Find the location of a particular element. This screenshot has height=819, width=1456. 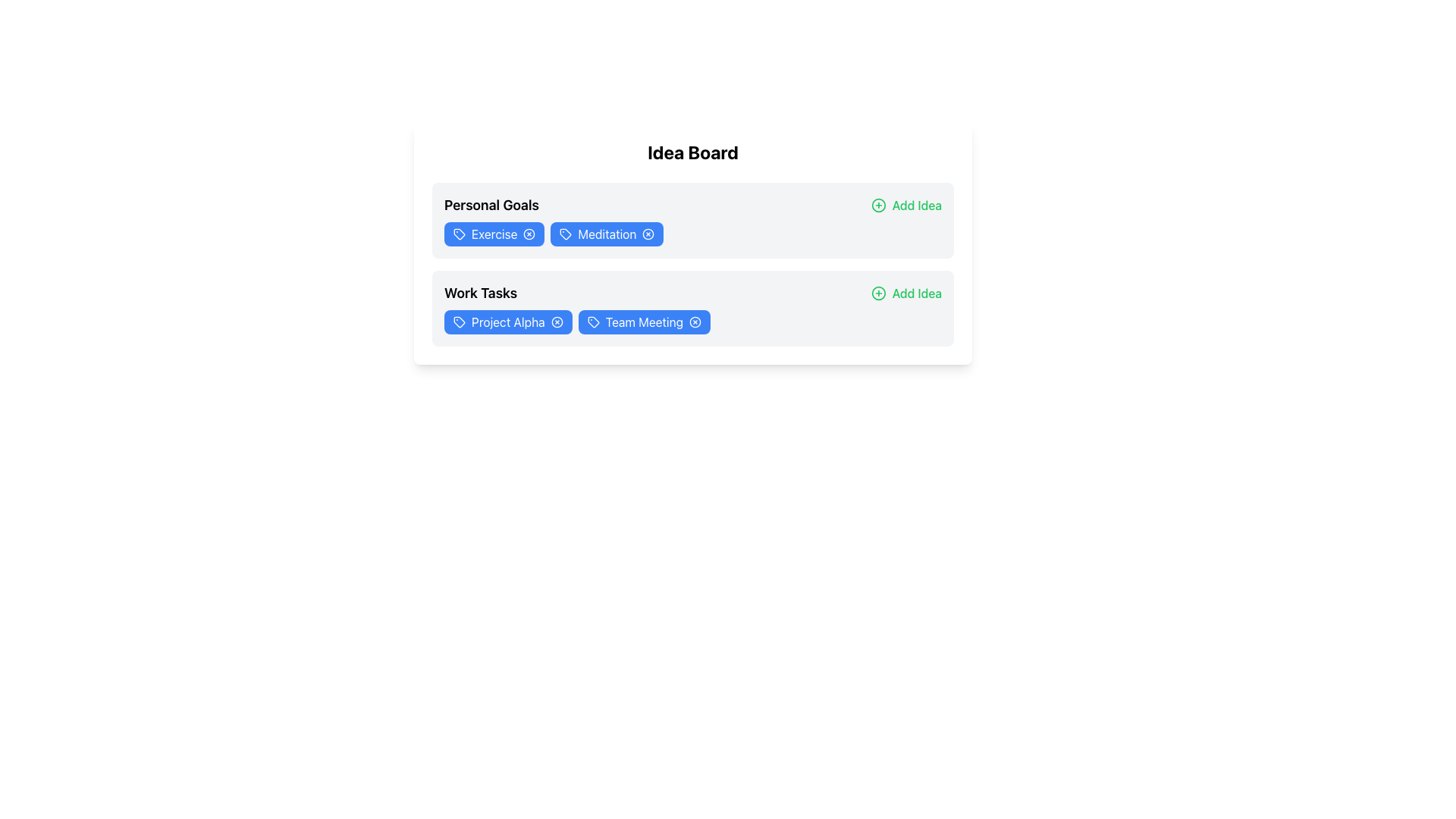

the 'Project Alpha' tag by clicking on the circular indicator located within it, which is positioned immediately to the right of the tag's text label is located at coordinates (556, 321).